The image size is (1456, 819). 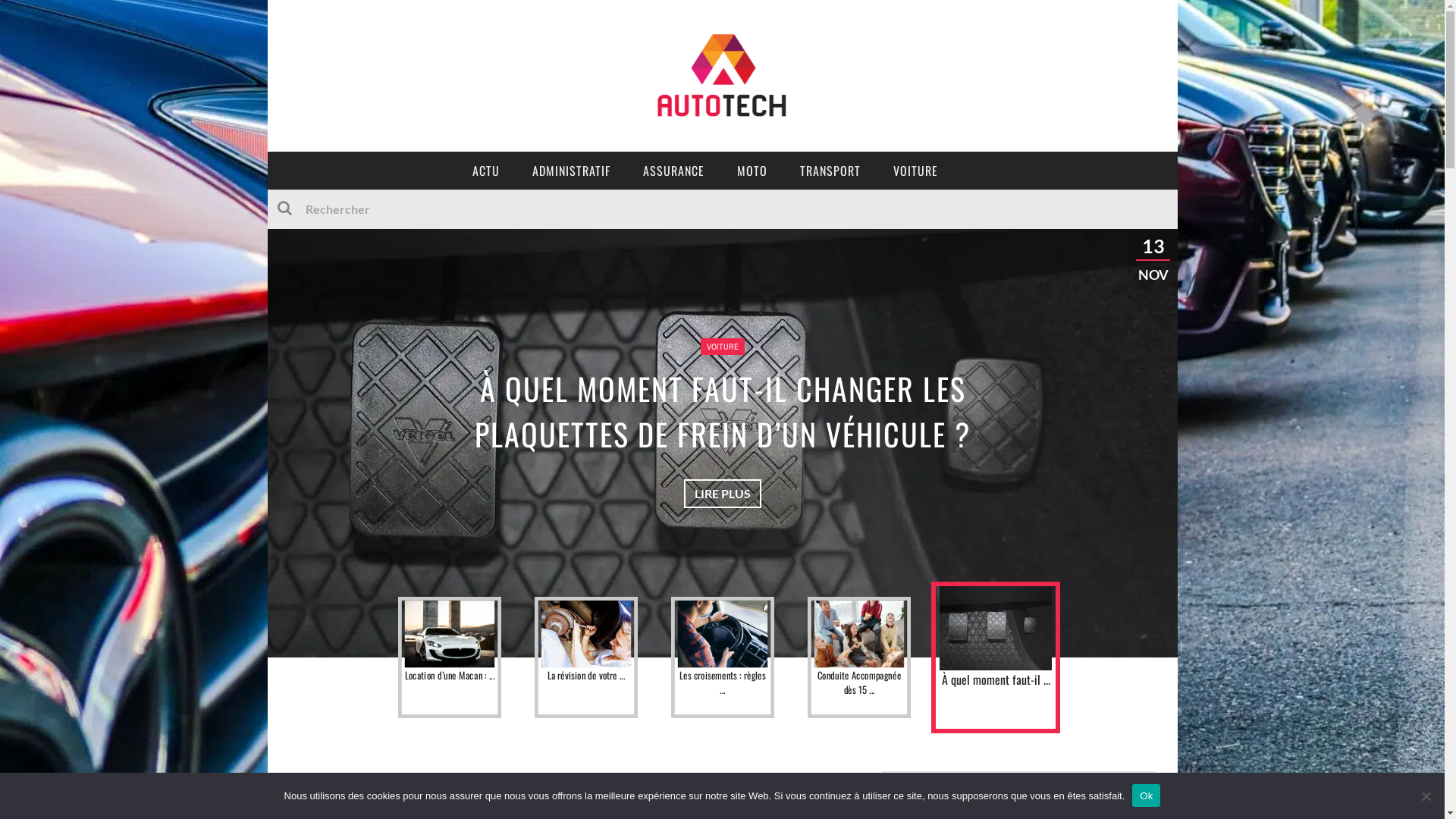 What do you see at coordinates (486, 170) in the screenshot?
I see `'ACTU'` at bounding box center [486, 170].